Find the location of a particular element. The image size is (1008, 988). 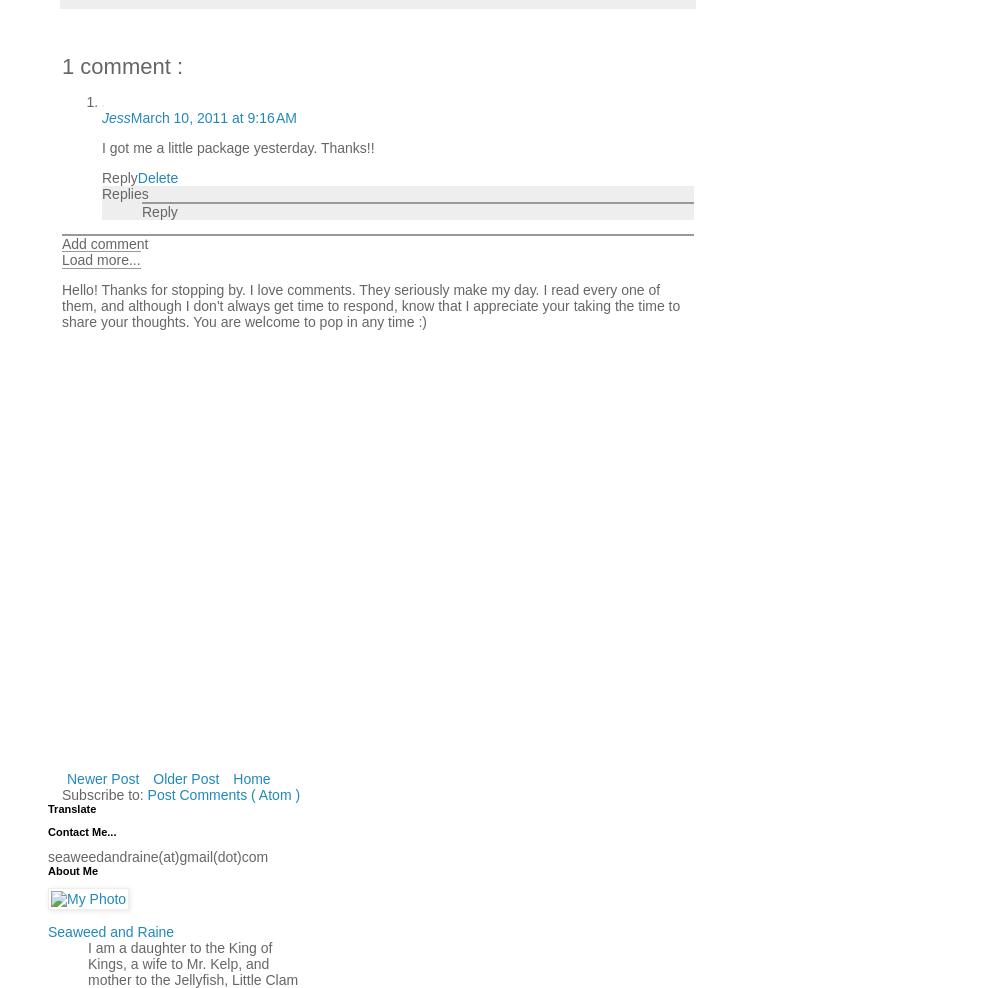

'Post Comments
                                    (
                                    Atom
                                    )' is located at coordinates (223, 792).